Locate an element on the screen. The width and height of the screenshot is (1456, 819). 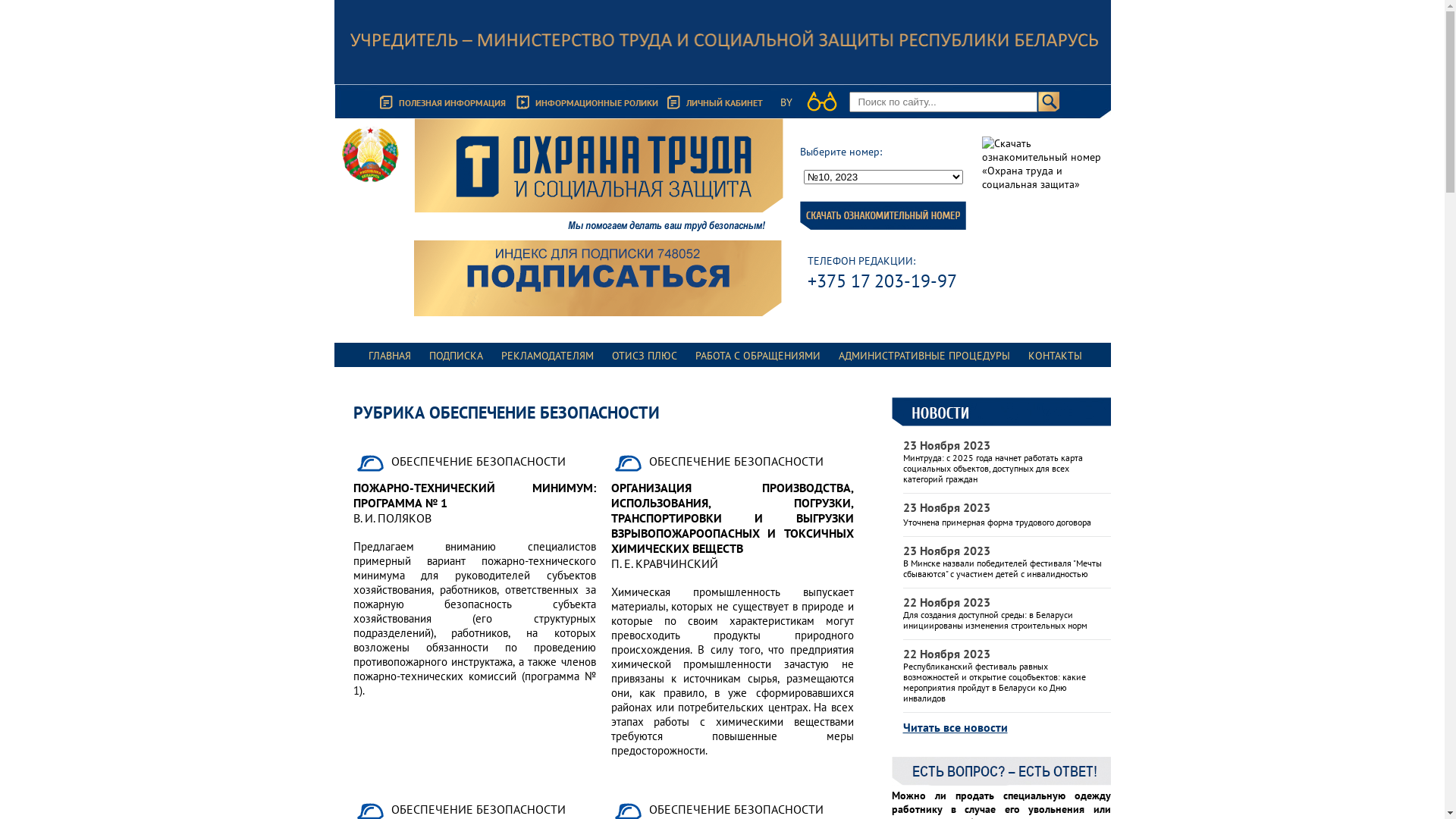
'BY' is located at coordinates (786, 102).